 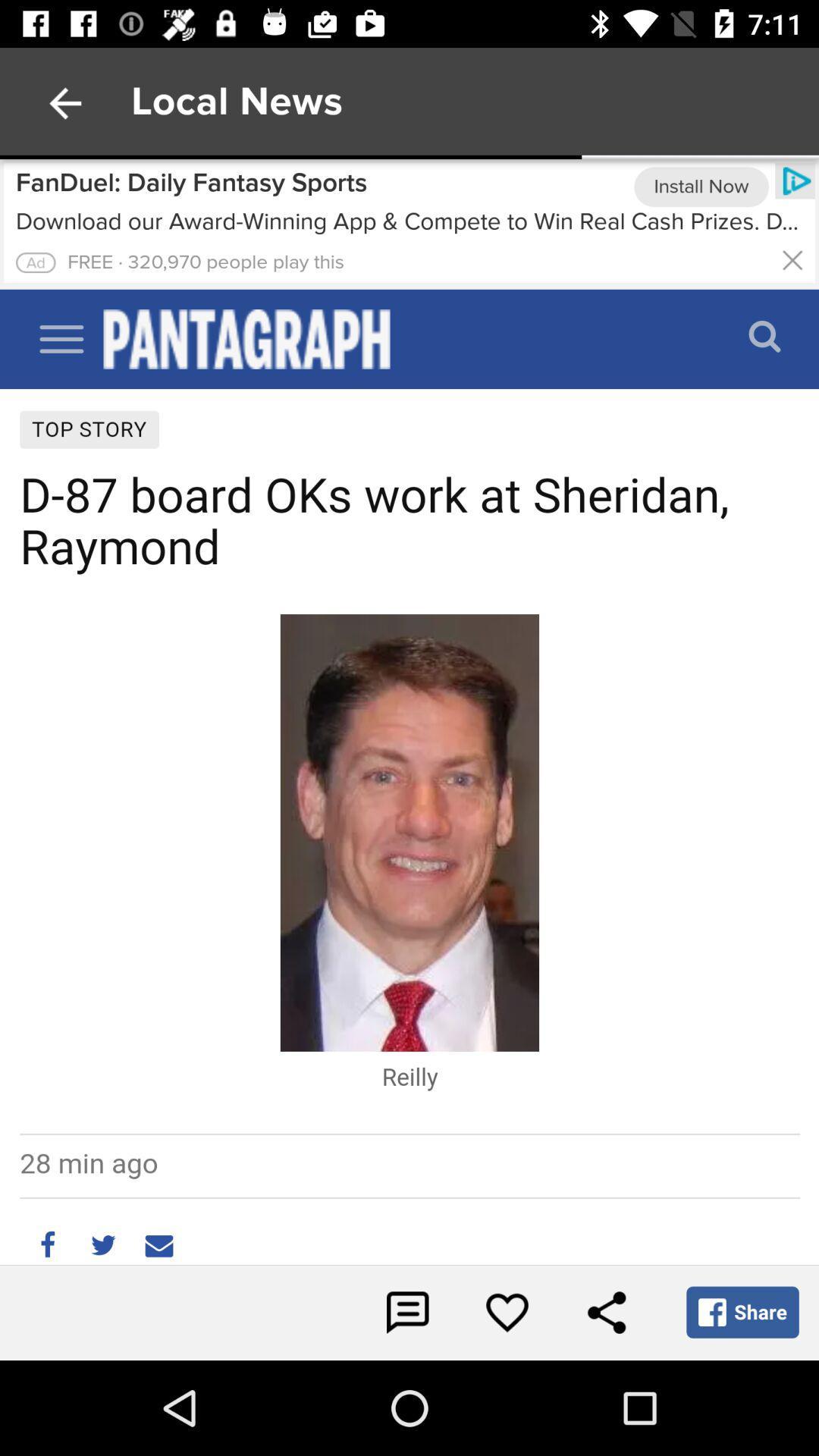 What do you see at coordinates (35, 262) in the screenshot?
I see `clicks the advertisement` at bounding box center [35, 262].